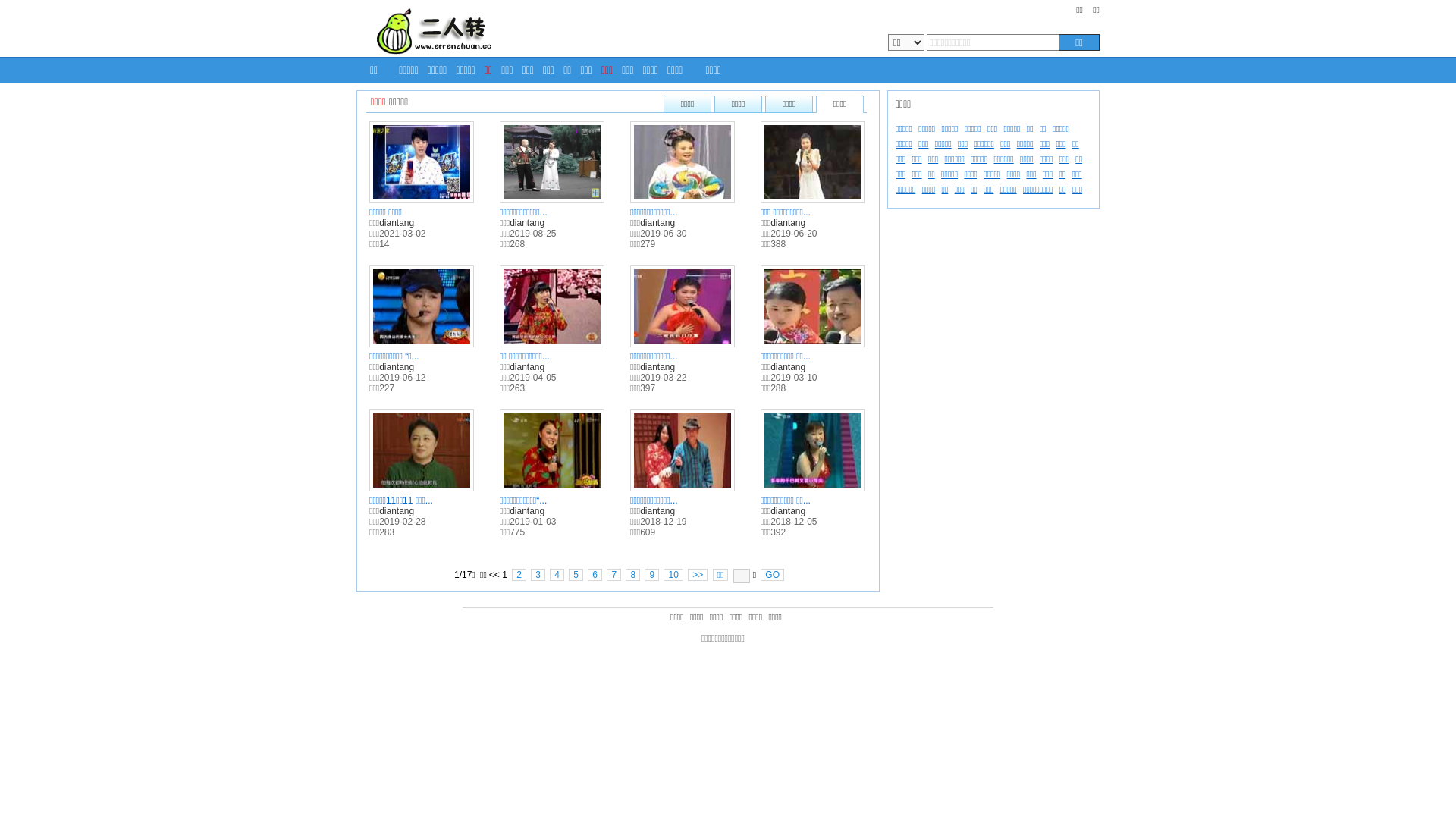  Describe the element at coordinates (519, 575) in the screenshot. I see `'2'` at that location.